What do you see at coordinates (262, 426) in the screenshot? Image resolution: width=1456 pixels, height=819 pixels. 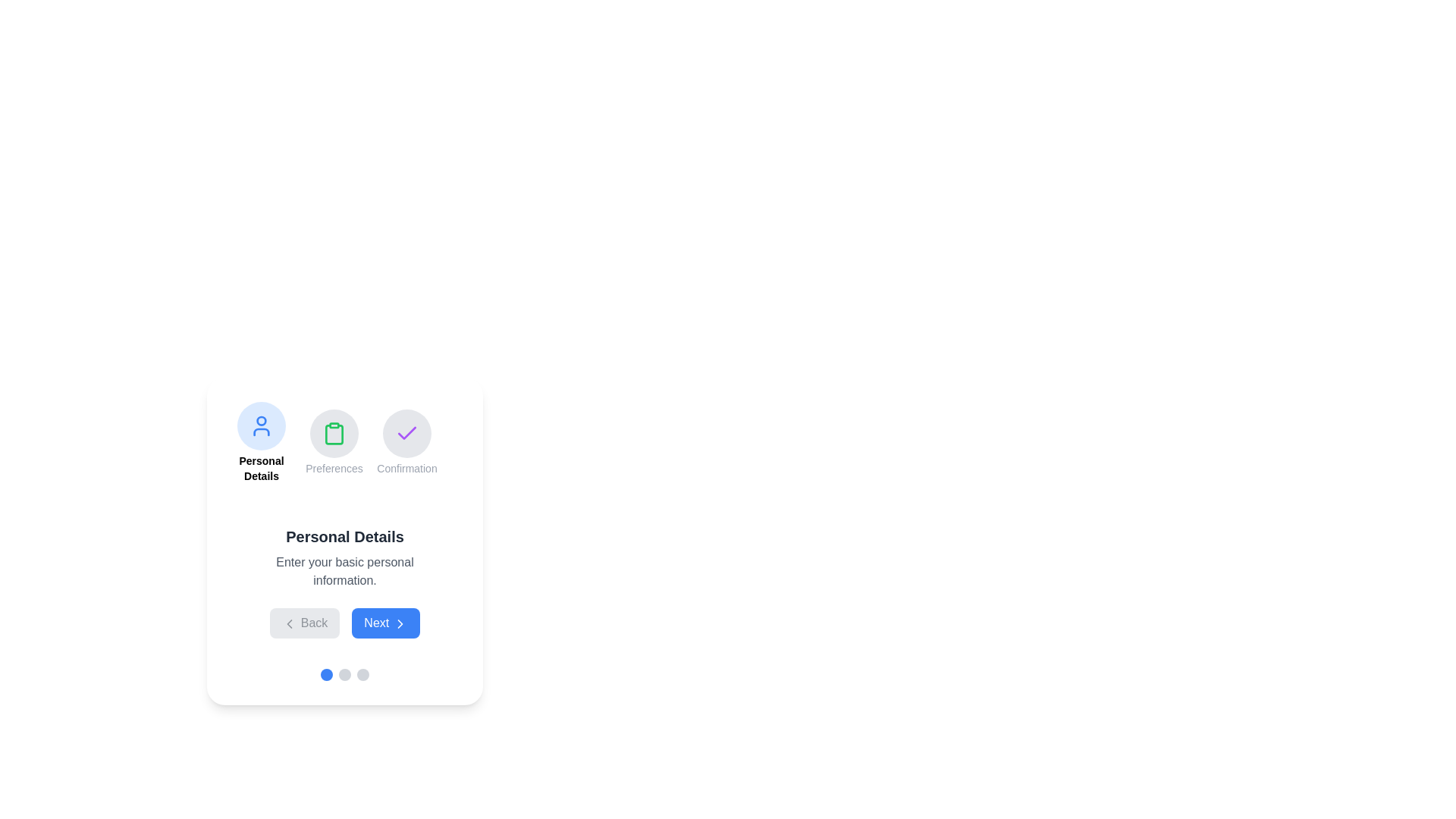 I see `the user profile icon, which is a minimalistic outline of a head and shoulders styled in blue, located on the leftmost side of a group of three icons at the top section of a card interface` at bounding box center [262, 426].